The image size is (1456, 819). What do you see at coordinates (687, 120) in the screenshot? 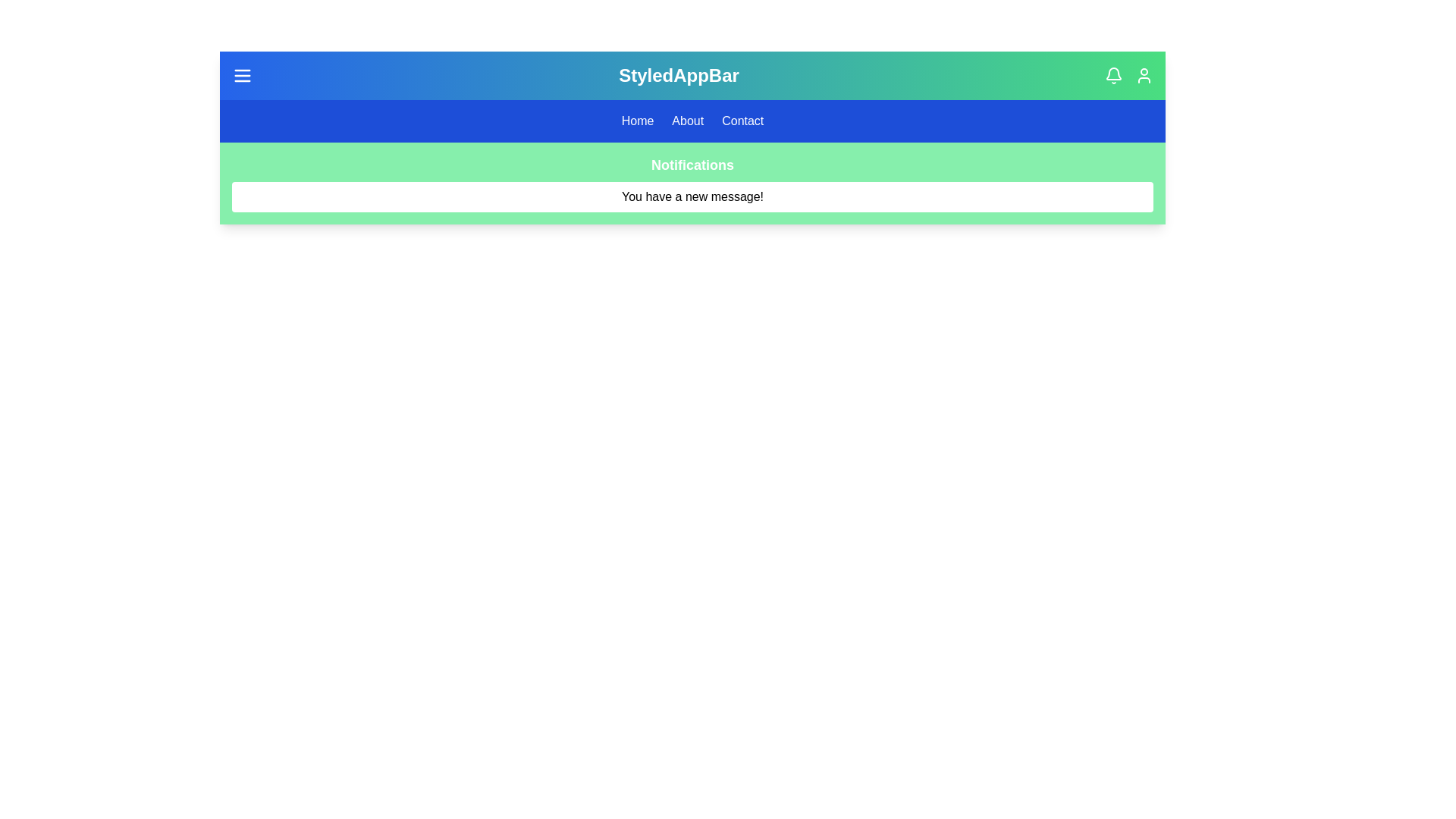
I see `the second item in the horizontal navigation menu labeled 'About'` at bounding box center [687, 120].